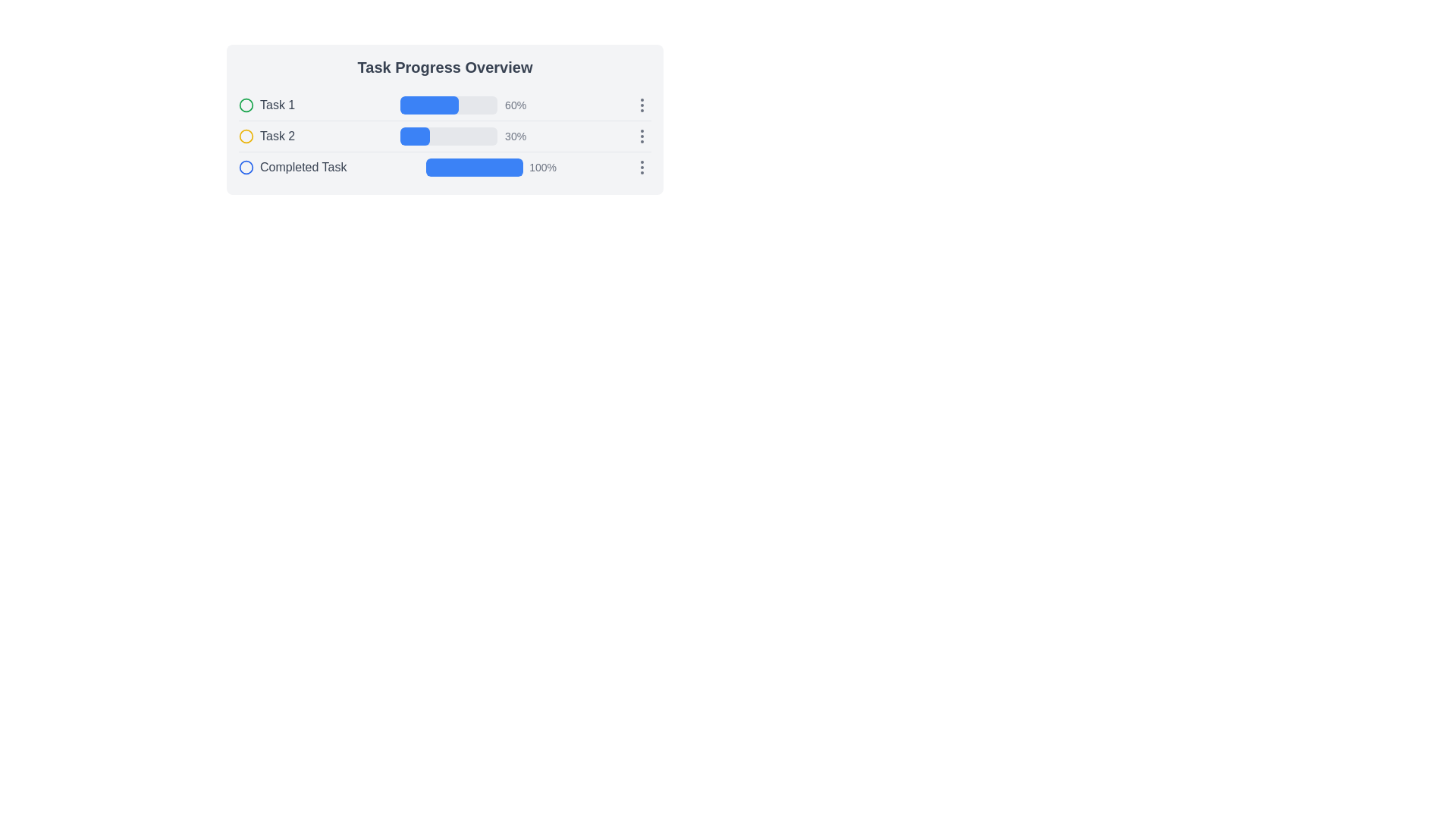 The height and width of the screenshot is (819, 1456). What do you see at coordinates (246, 167) in the screenshot?
I see `the leftmost circular icon styled as a blue outlined circle in the 'Completed Task' row of the task list interface` at bounding box center [246, 167].